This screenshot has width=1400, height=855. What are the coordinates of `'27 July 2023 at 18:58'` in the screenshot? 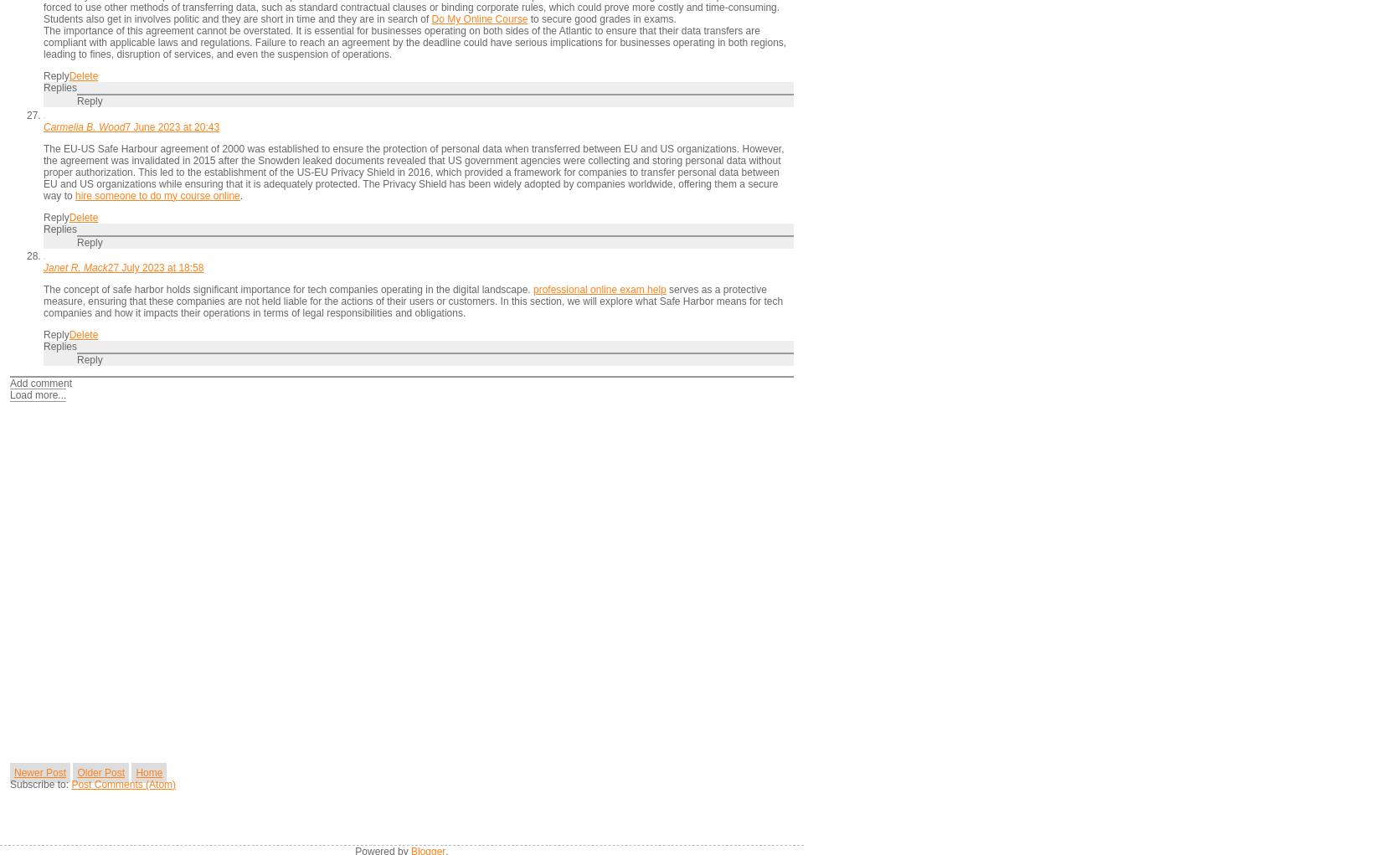 It's located at (106, 266).